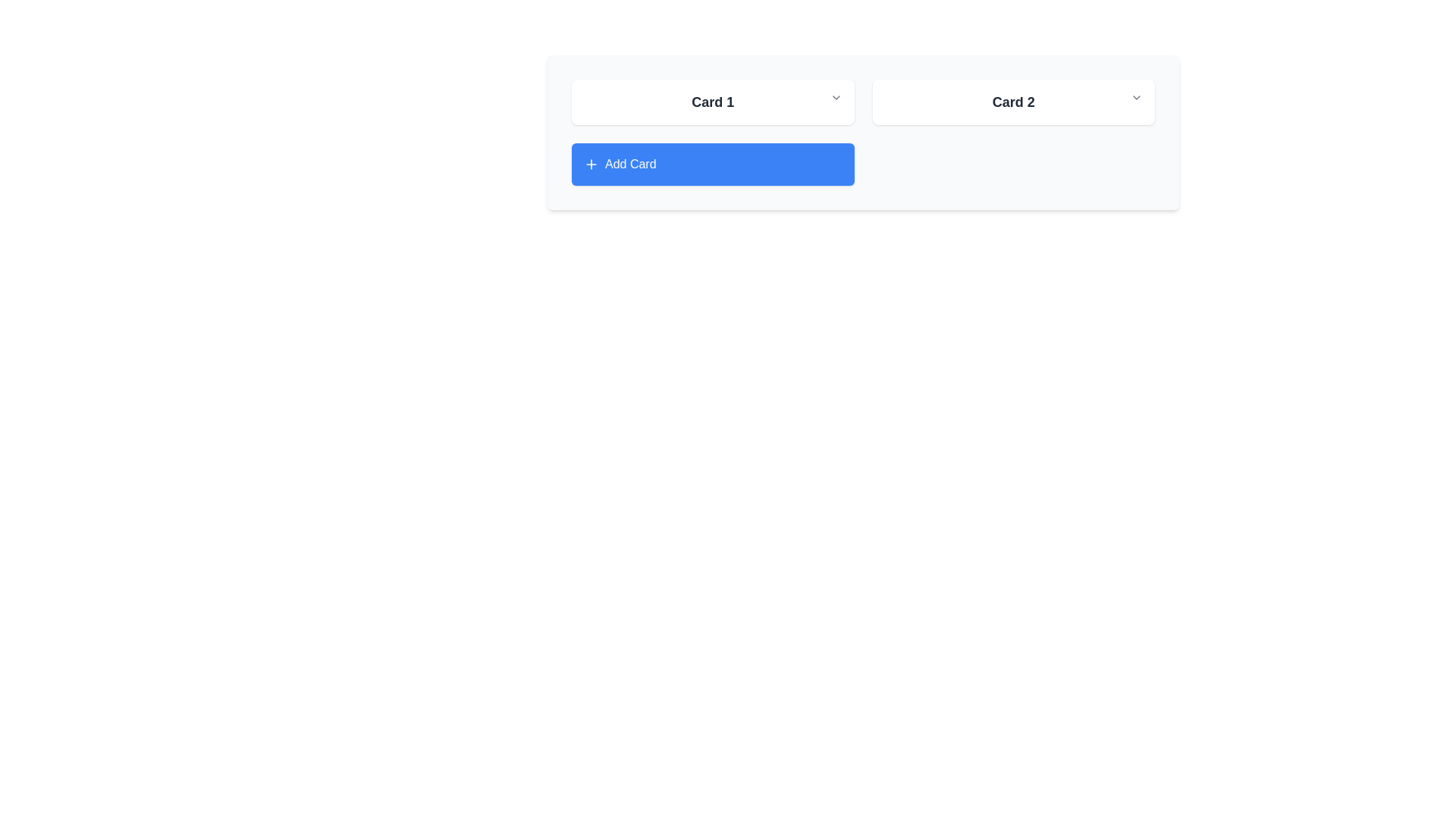 The image size is (1456, 819). Describe the element at coordinates (1013, 102) in the screenshot. I see `the 'Card 2' element, which has a white background, rounded corners, and features the bold text 'Card 2' at the center along with a collapsible arrow icon on the right` at that location.